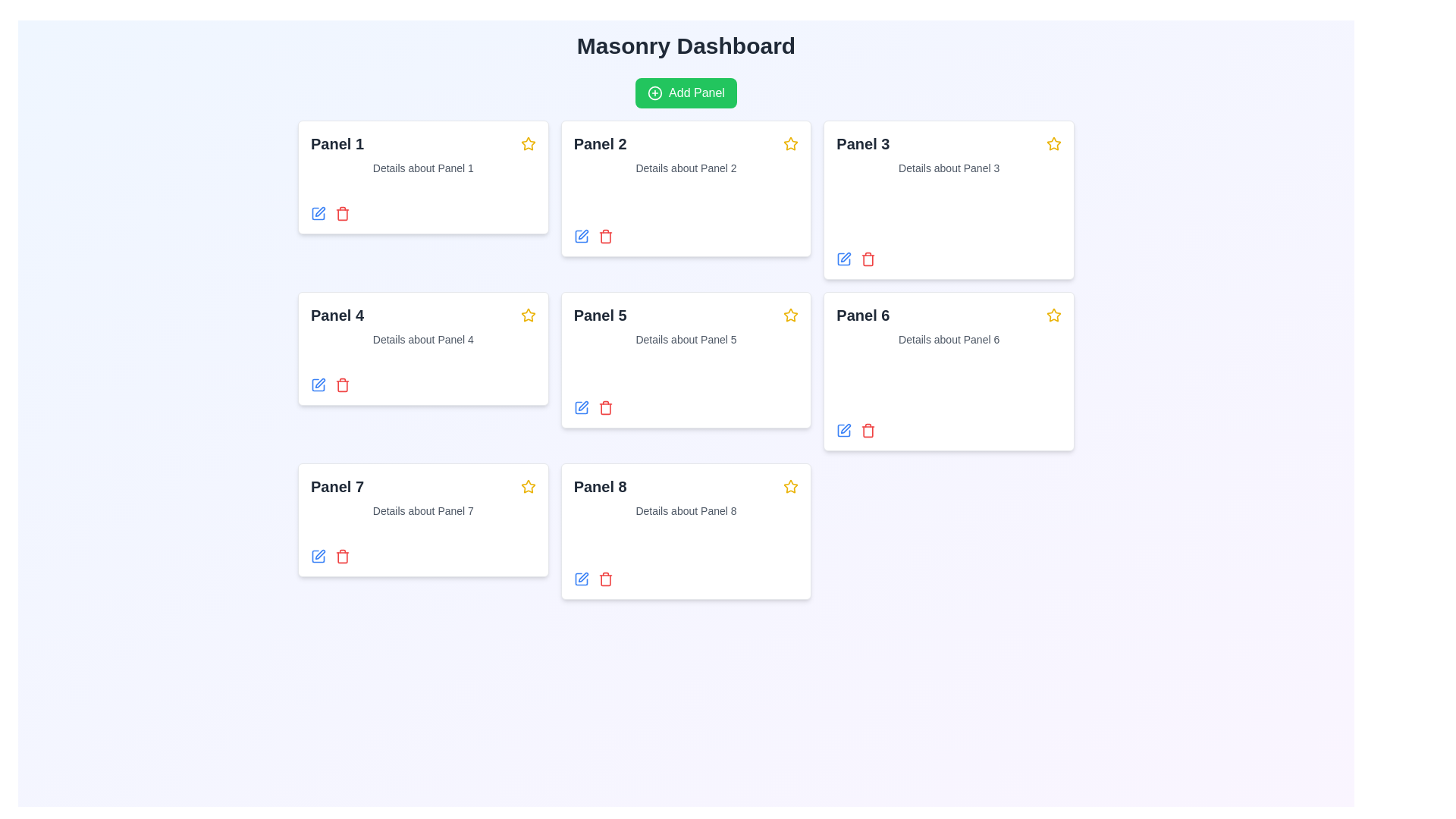 This screenshot has width=1456, height=819. I want to click on the delete button located to the right of the blue pencil edit icon in the horizontal group at the bottom of 'Panel 4', so click(341, 384).